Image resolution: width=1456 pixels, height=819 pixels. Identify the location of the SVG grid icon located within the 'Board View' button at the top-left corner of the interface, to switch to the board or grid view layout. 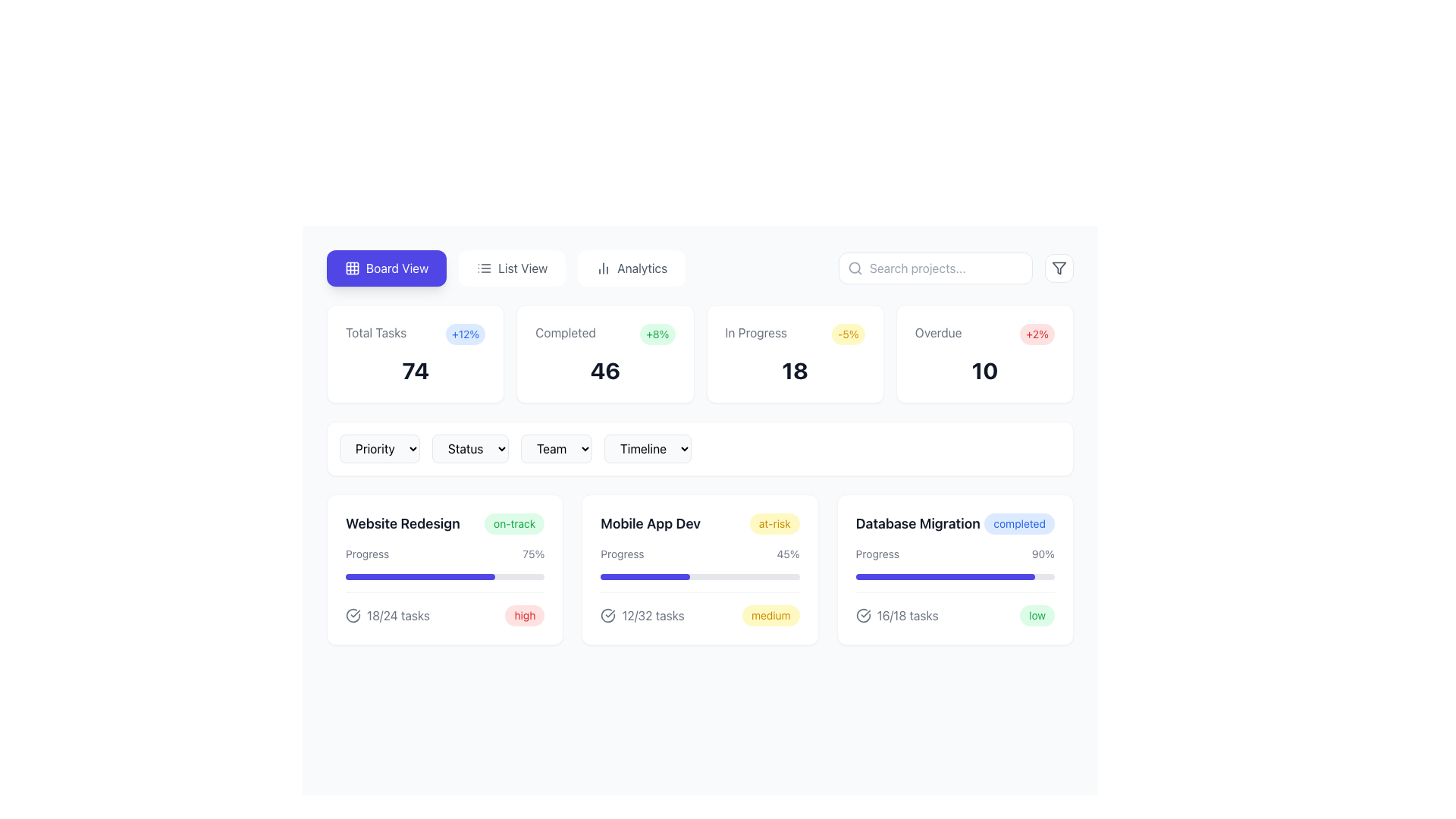
(352, 268).